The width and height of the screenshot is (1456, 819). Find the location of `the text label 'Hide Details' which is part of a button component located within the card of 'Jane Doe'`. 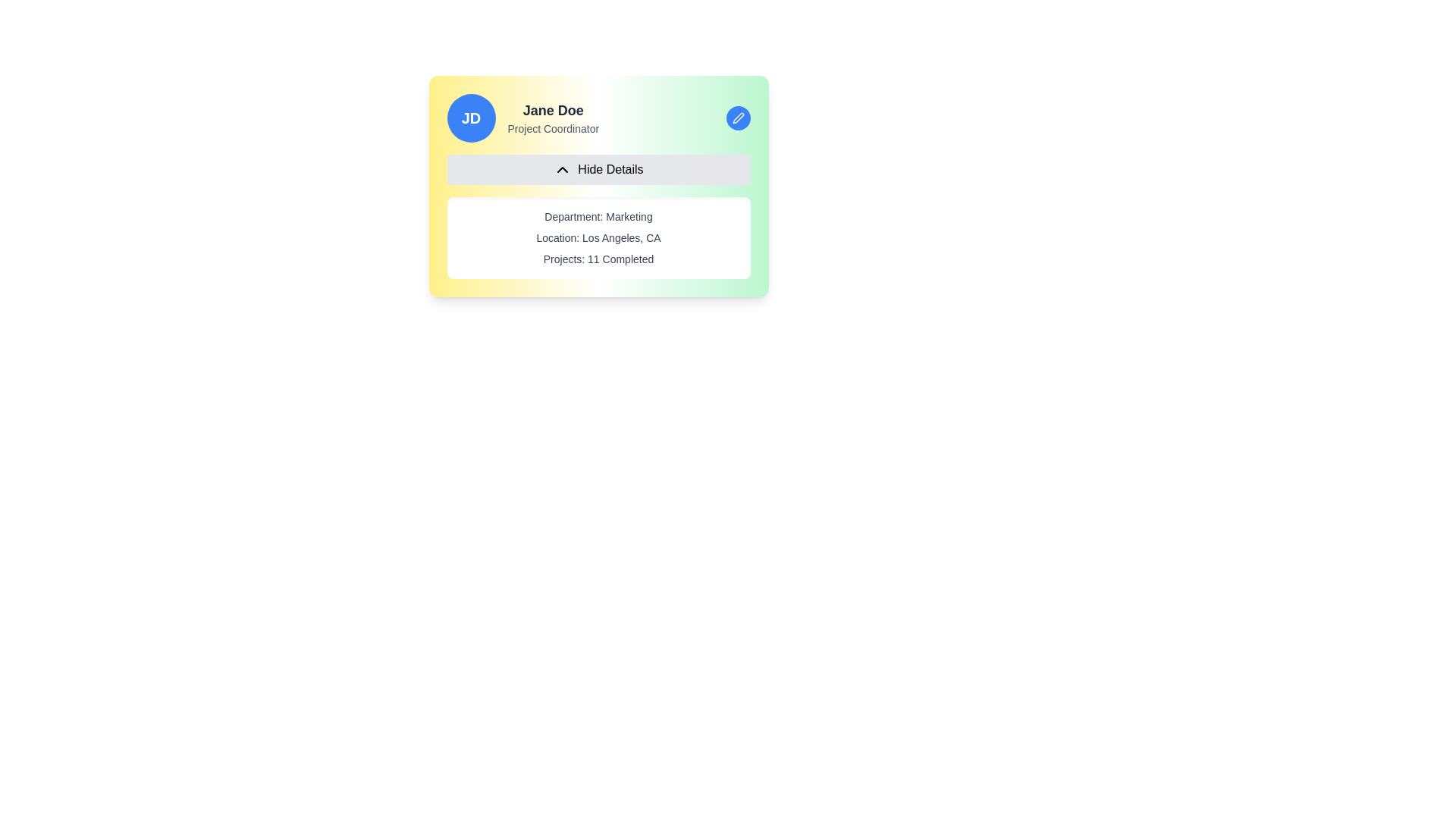

the text label 'Hide Details' which is part of a button component located within the card of 'Jane Doe' is located at coordinates (610, 169).